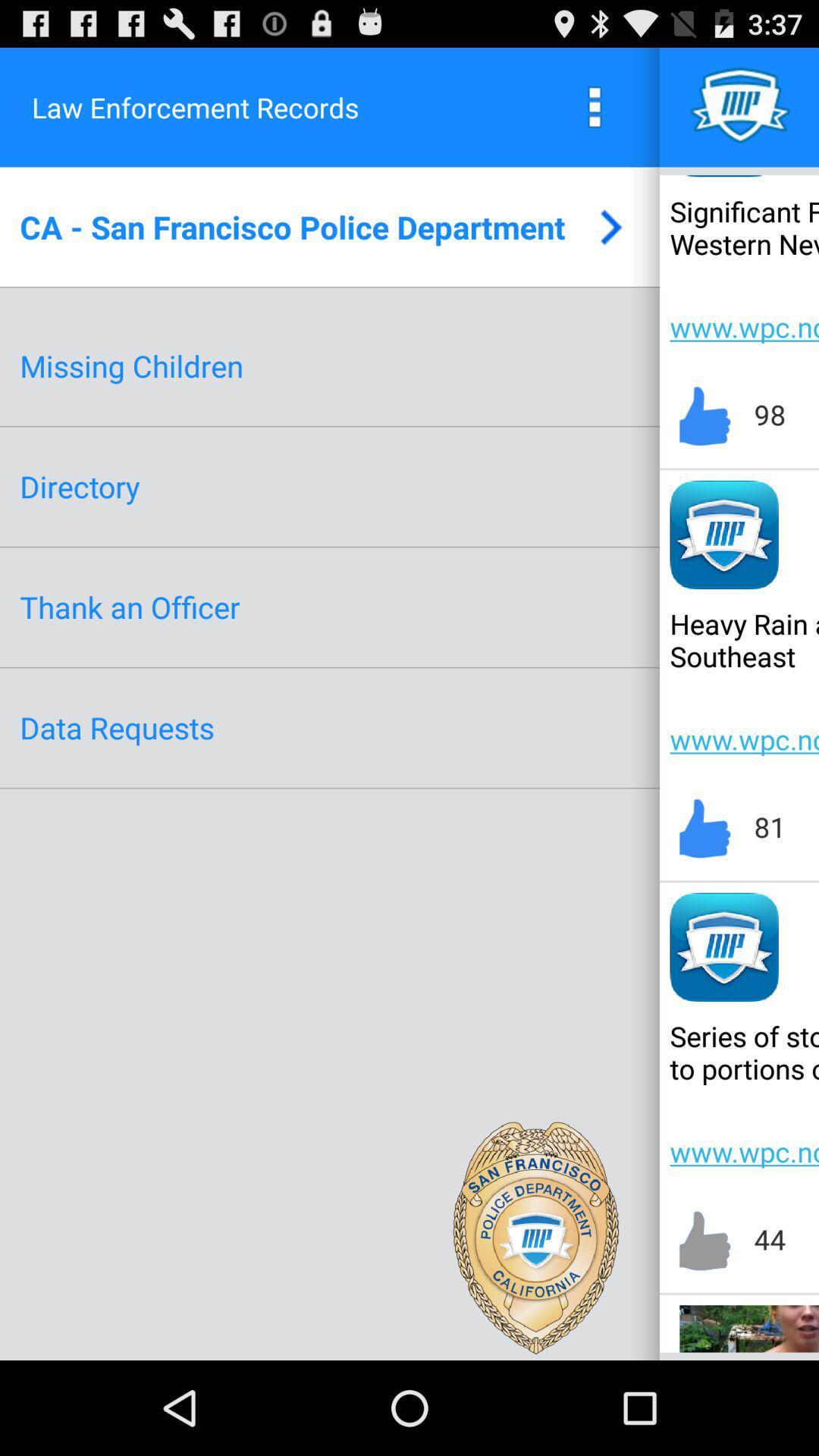 This screenshot has height=1456, width=819. Describe the element at coordinates (129, 607) in the screenshot. I see `the icon above data requests` at that location.